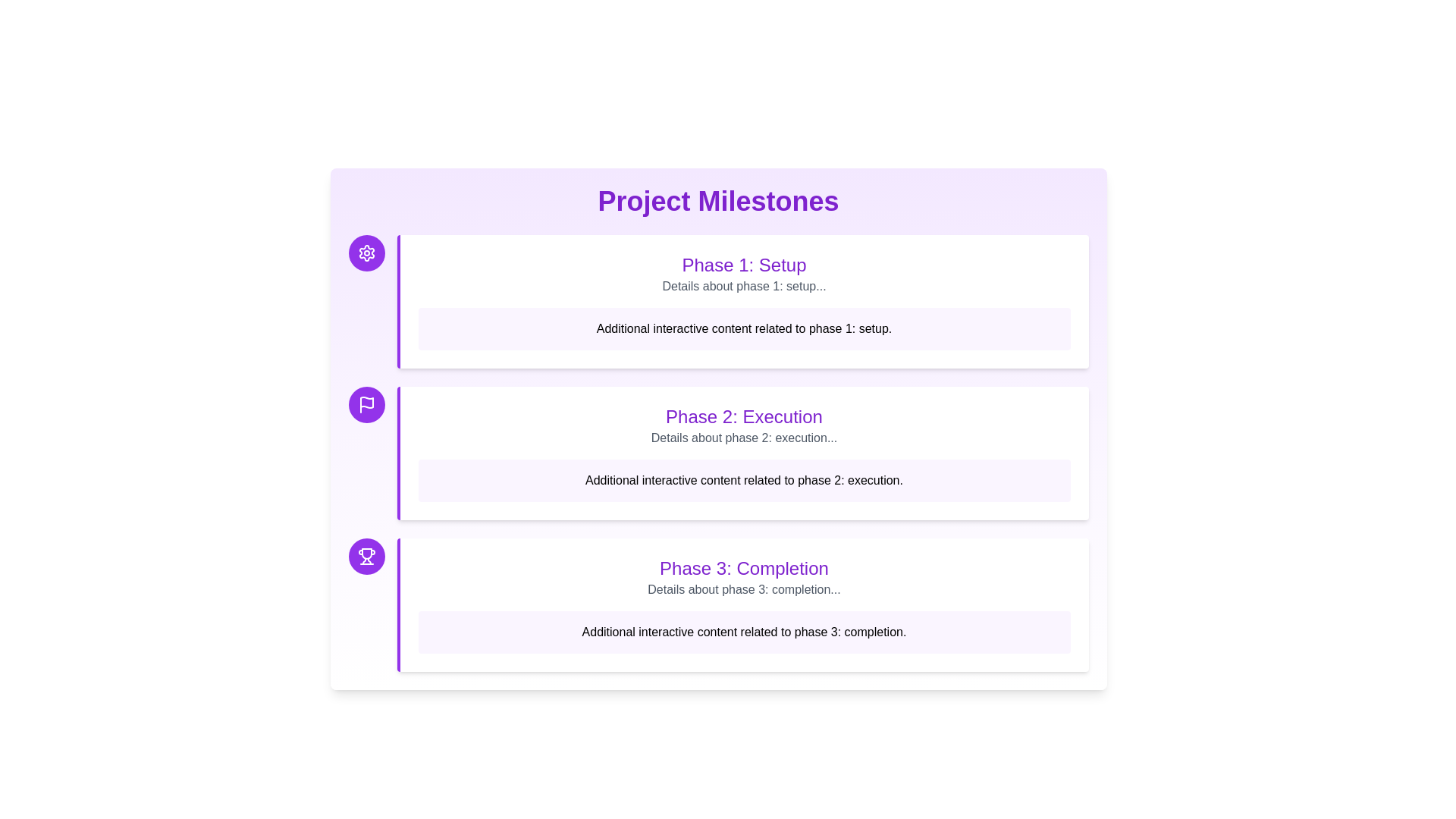 The width and height of the screenshot is (1456, 819). Describe the element at coordinates (744, 265) in the screenshot. I see `text of the heading element that serves as the title for the first phase section of the 'Project Milestones'` at that location.